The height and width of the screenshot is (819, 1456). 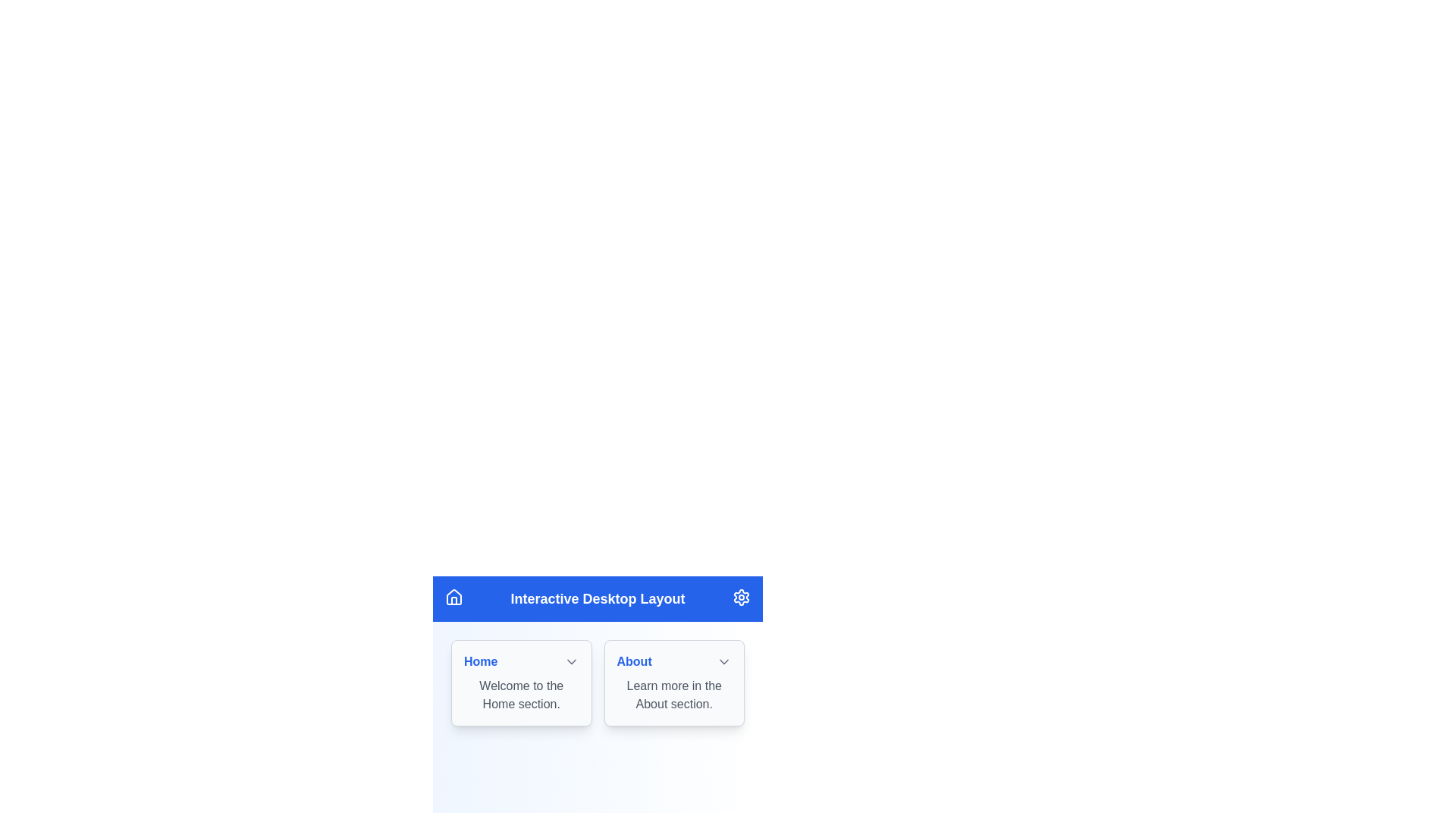 What do you see at coordinates (634, 661) in the screenshot?
I see `the text label located in the top-right section of the second card, which serves as a section header or link for the 'About' section` at bounding box center [634, 661].